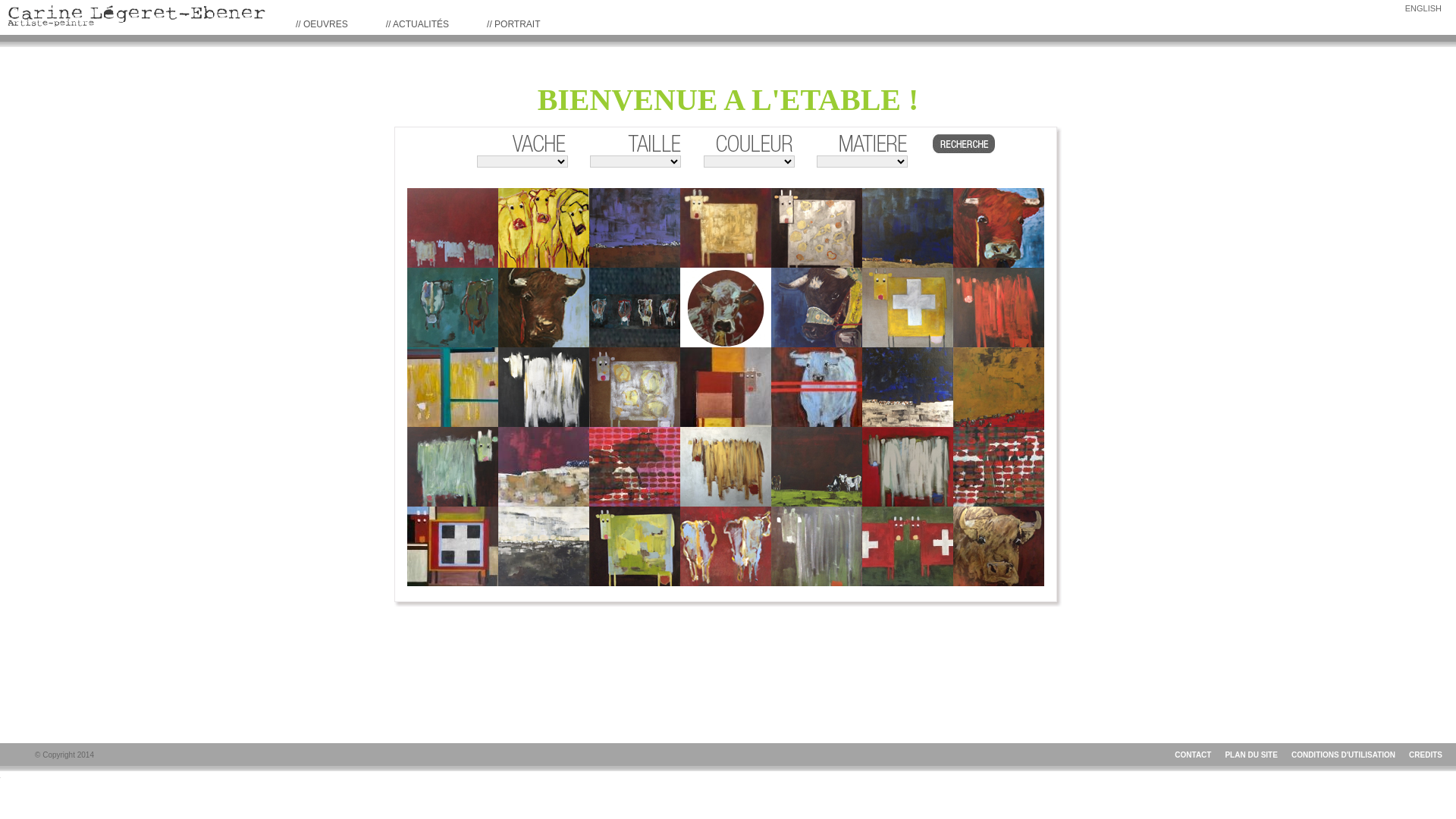  Describe the element at coordinates (1422, 8) in the screenshot. I see `'ENGLISH'` at that location.